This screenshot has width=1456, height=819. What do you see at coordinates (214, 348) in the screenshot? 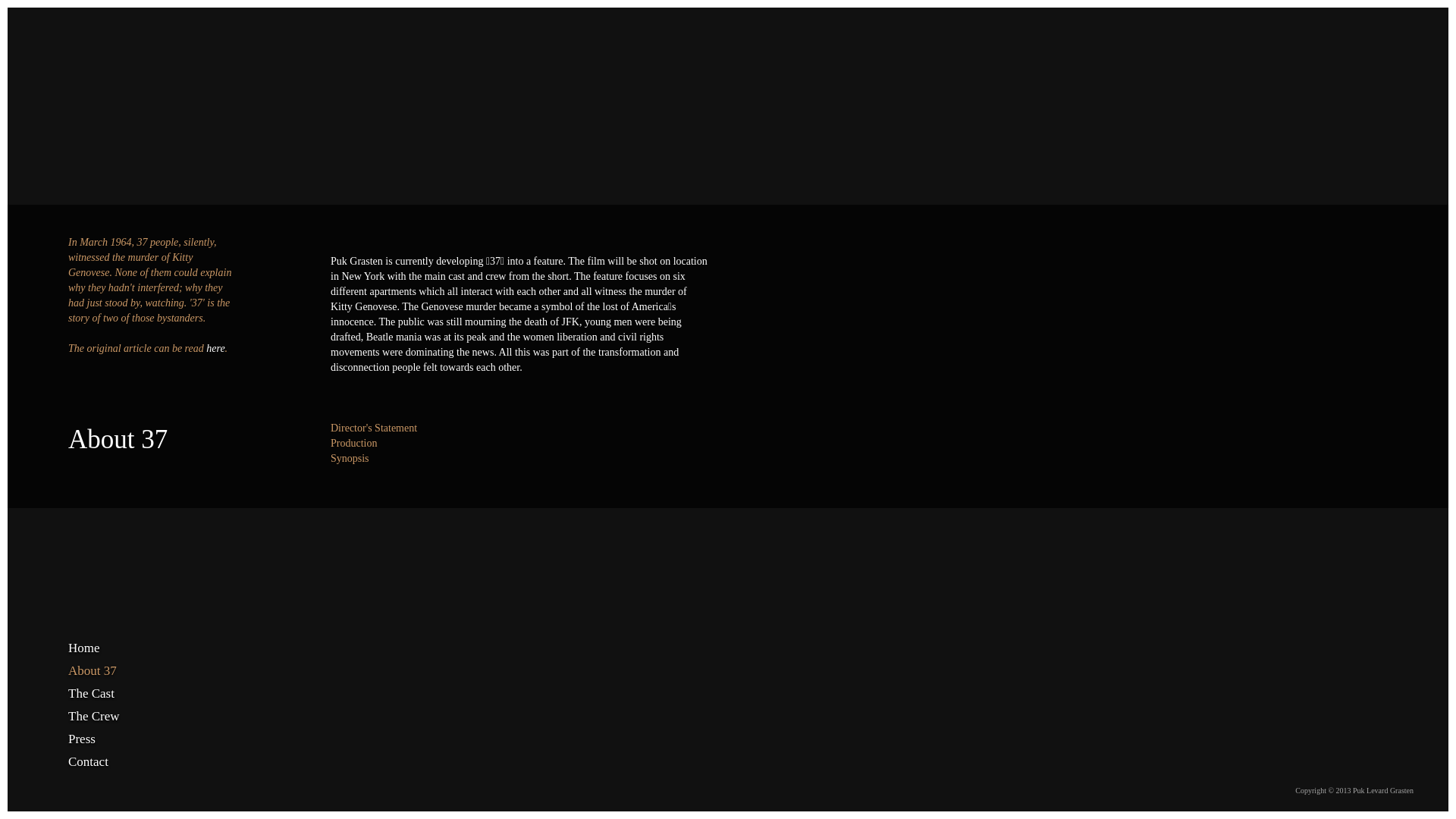
I see `'here'` at bounding box center [214, 348].